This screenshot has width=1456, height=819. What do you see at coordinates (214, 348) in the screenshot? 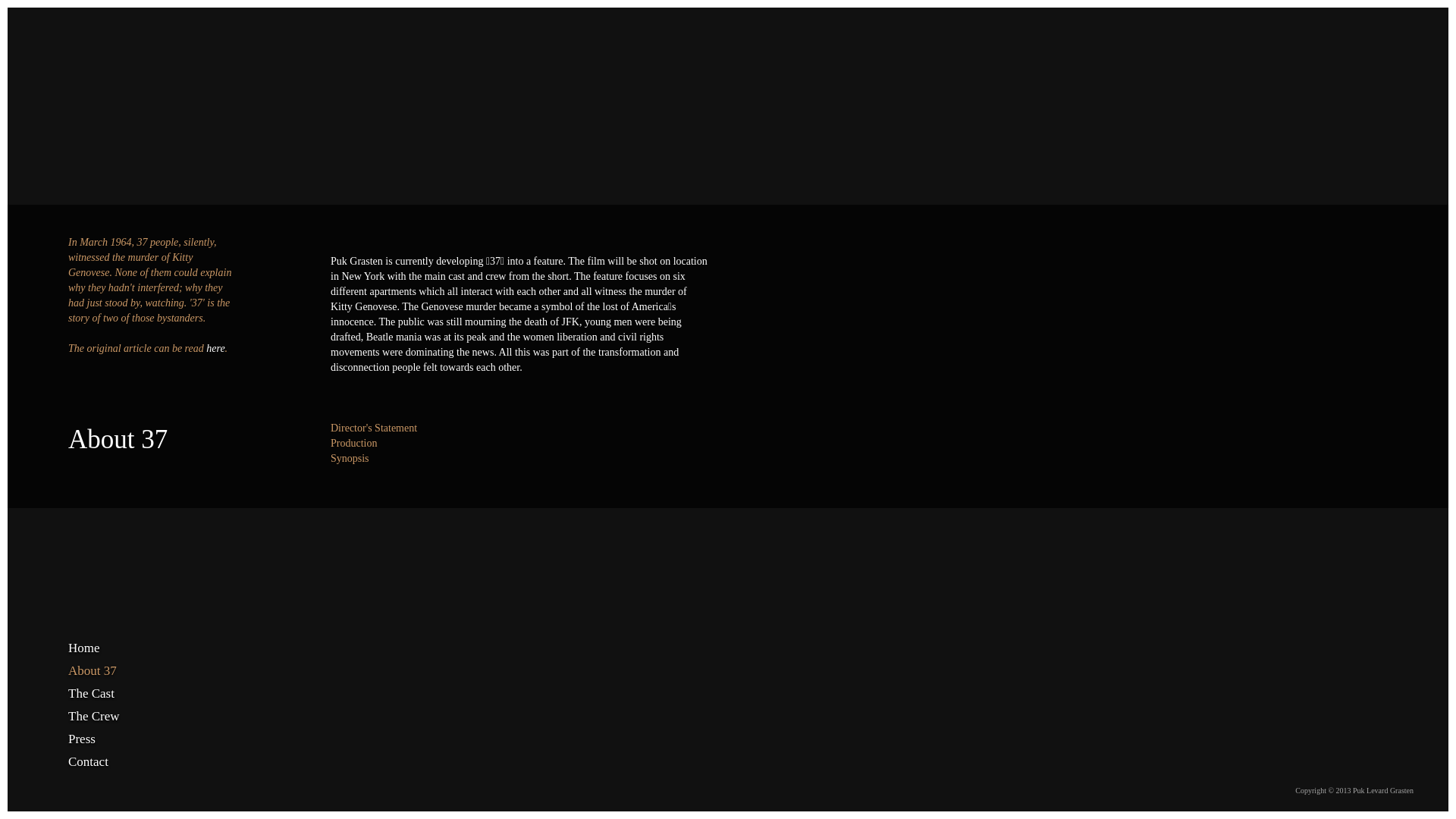
I see `'here'` at bounding box center [214, 348].